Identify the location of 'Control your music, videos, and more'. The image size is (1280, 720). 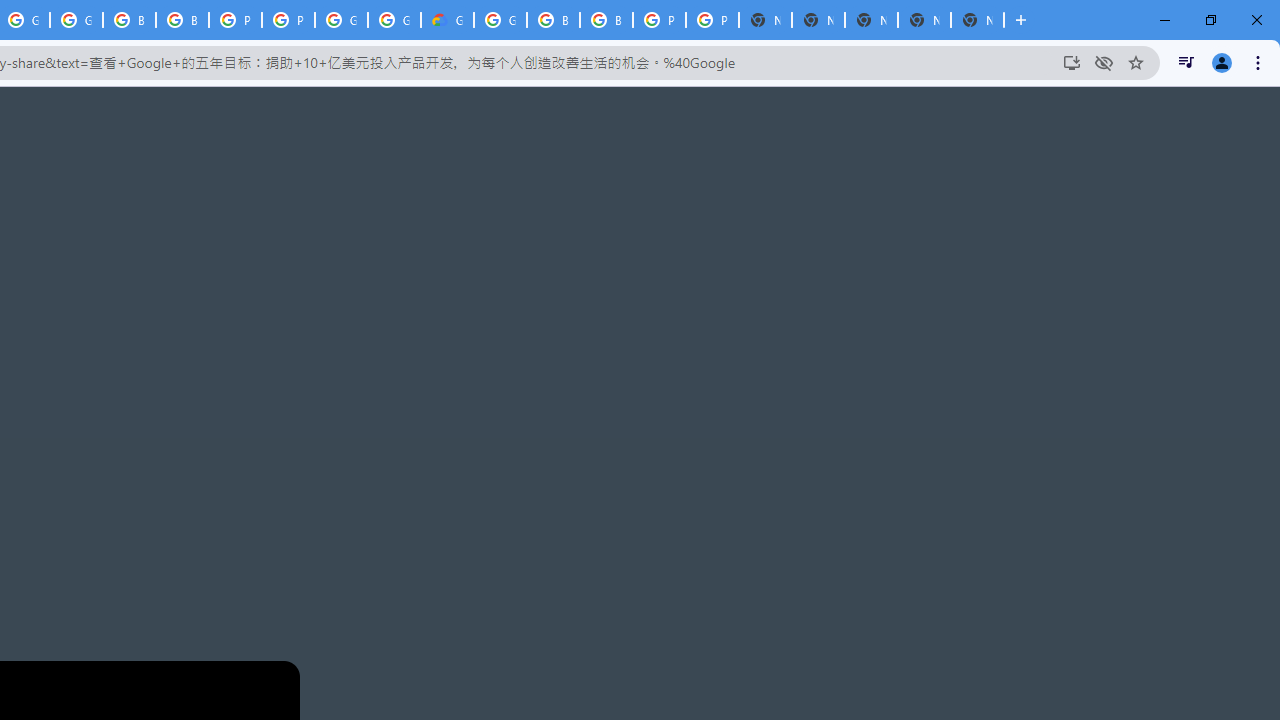
(1185, 61).